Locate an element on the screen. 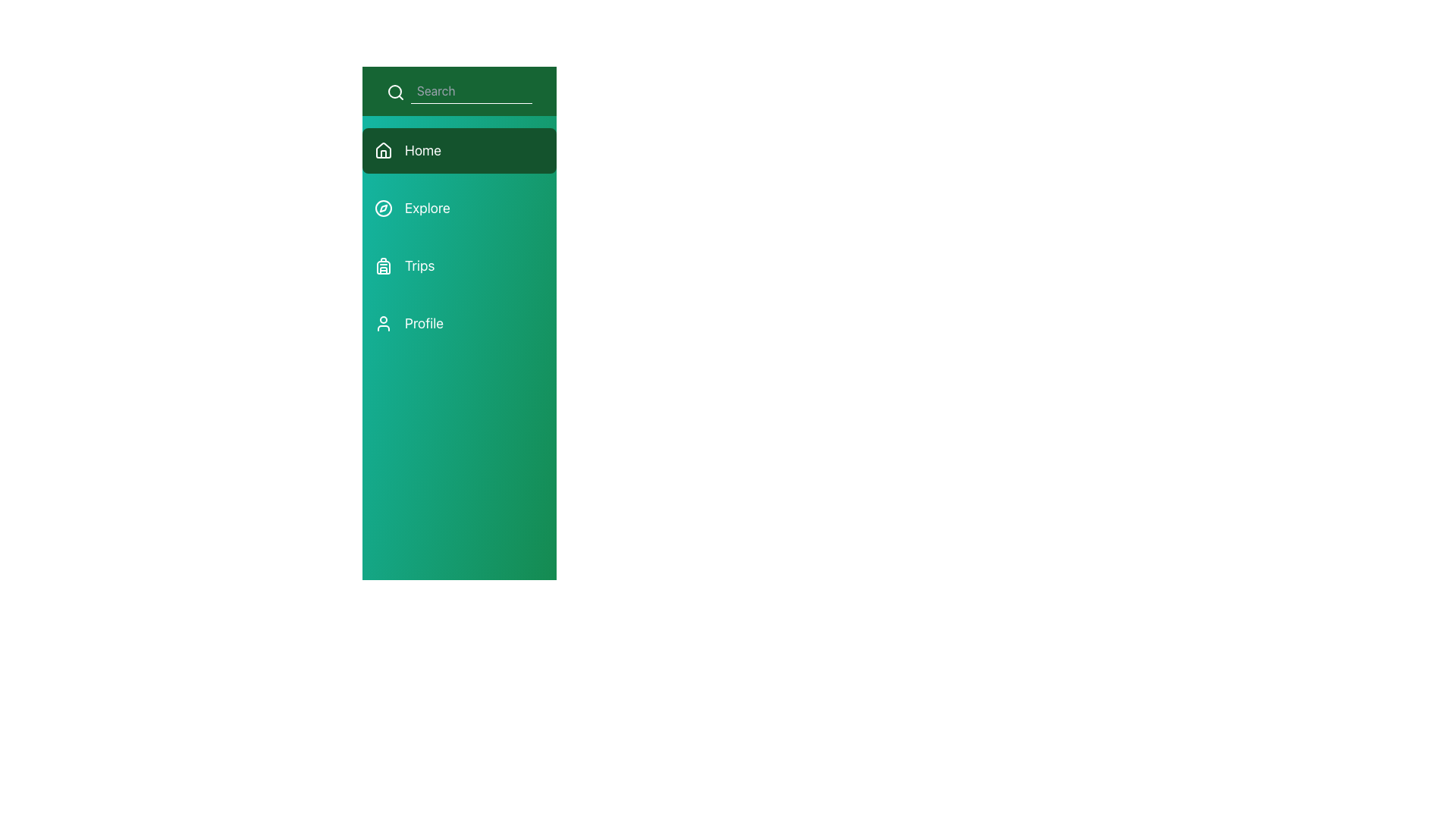 Image resolution: width=1456 pixels, height=819 pixels. the 'Explore' text label in the vertical navigation menu is located at coordinates (426, 208).